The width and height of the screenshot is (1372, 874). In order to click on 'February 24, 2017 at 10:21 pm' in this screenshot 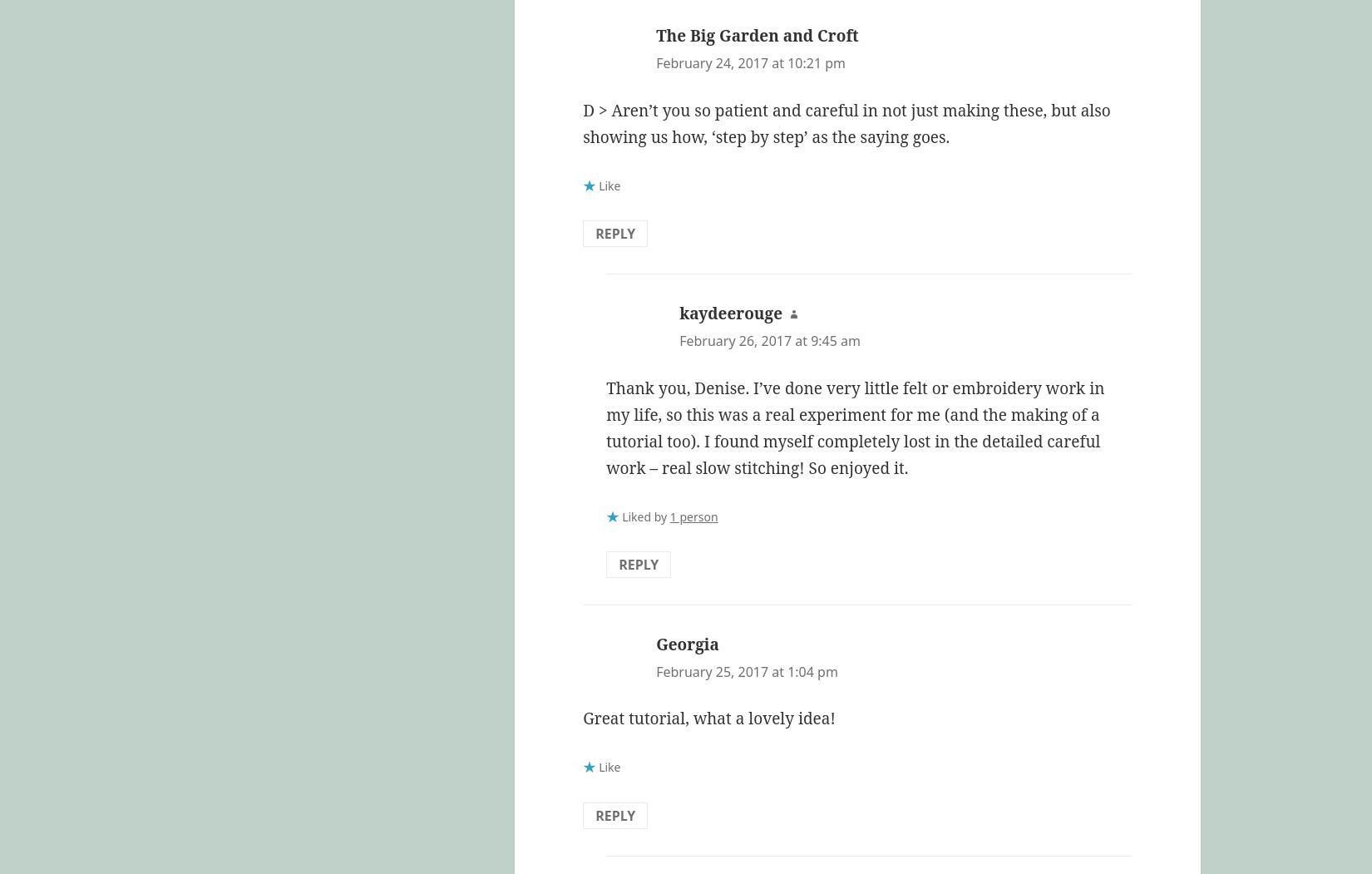, I will do `click(751, 62)`.